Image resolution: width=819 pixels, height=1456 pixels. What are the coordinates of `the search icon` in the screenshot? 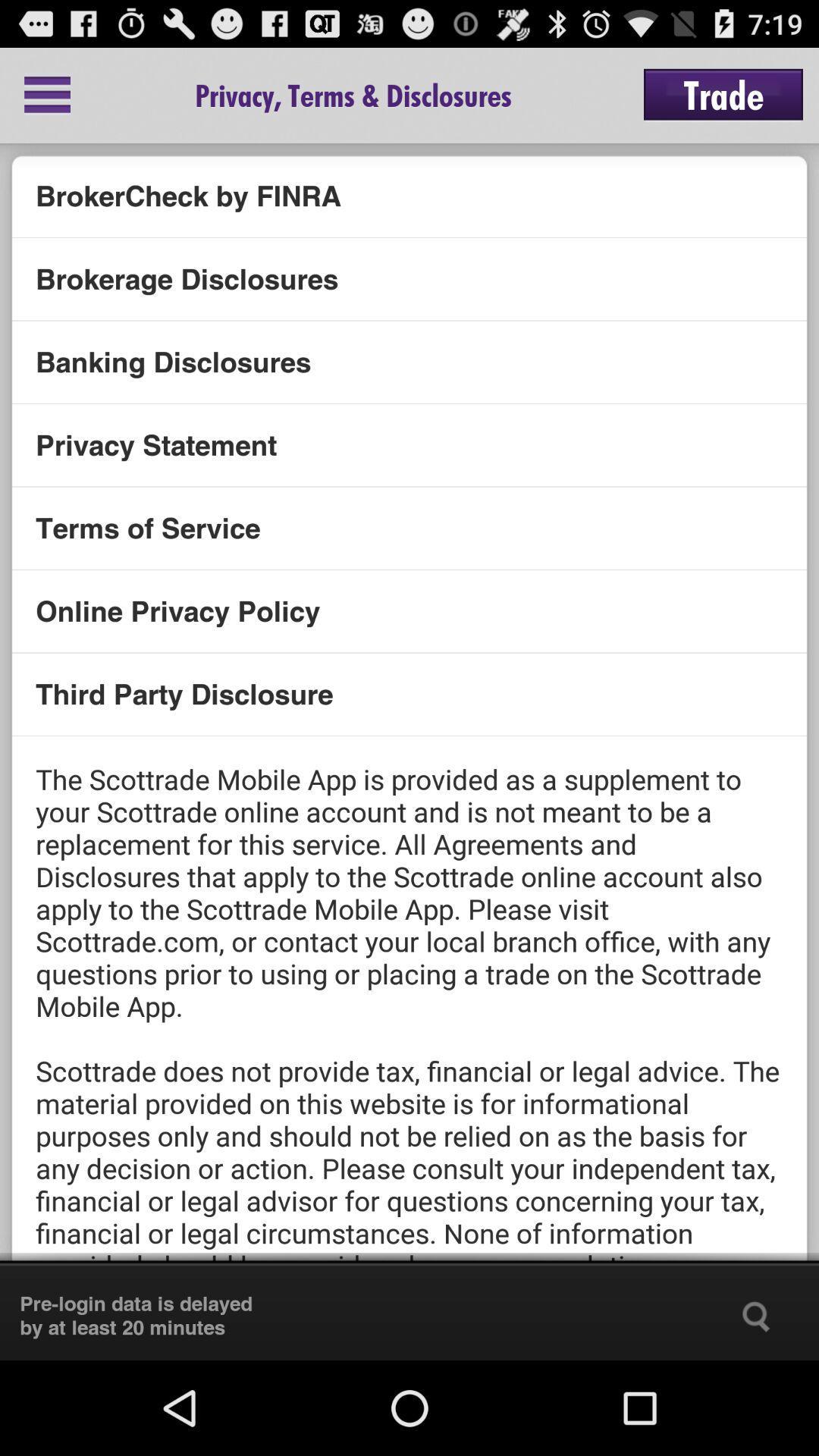 It's located at (756, 1407).